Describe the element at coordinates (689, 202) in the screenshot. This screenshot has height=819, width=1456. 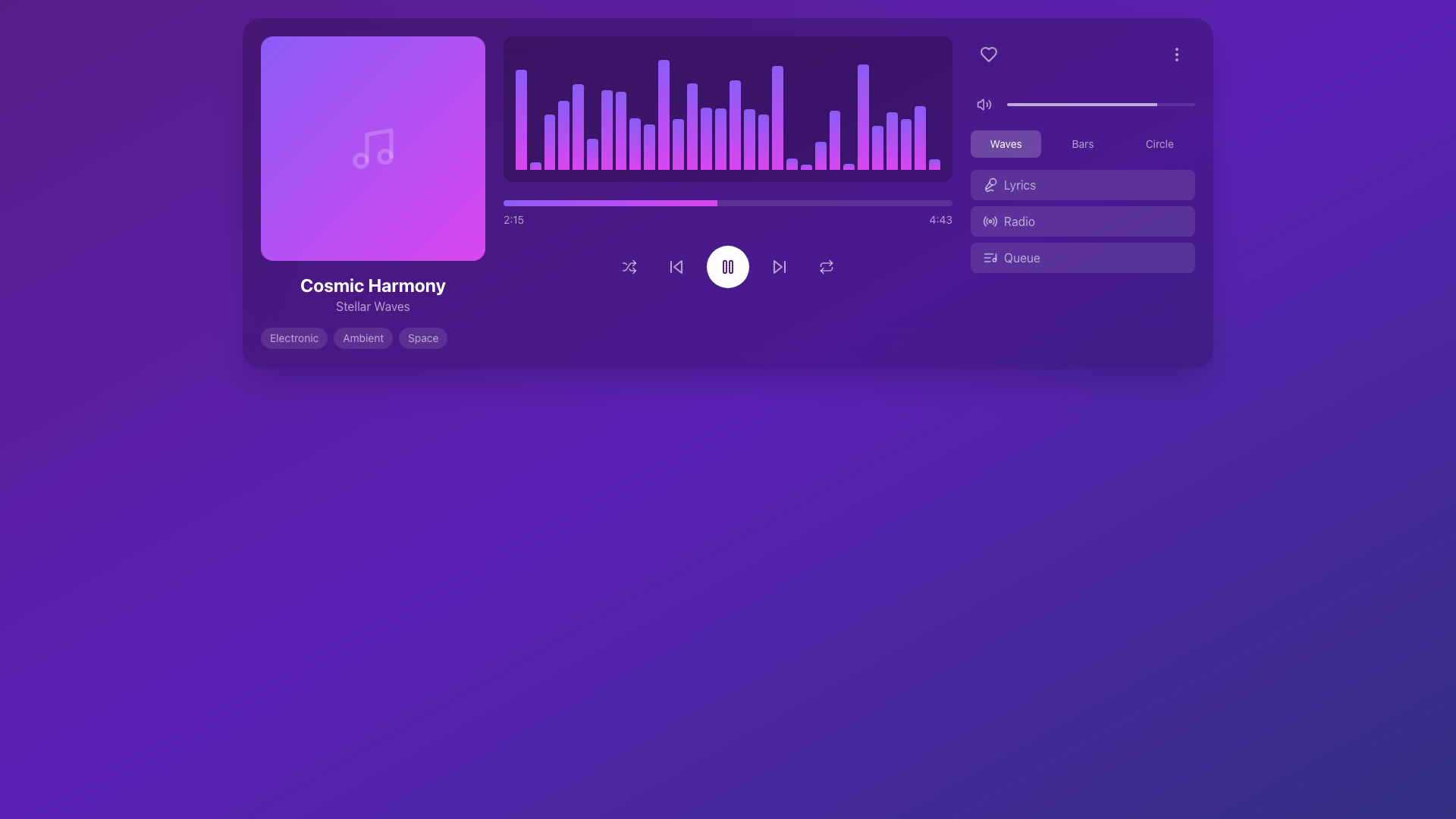
I see `the progress bar value` at that location.